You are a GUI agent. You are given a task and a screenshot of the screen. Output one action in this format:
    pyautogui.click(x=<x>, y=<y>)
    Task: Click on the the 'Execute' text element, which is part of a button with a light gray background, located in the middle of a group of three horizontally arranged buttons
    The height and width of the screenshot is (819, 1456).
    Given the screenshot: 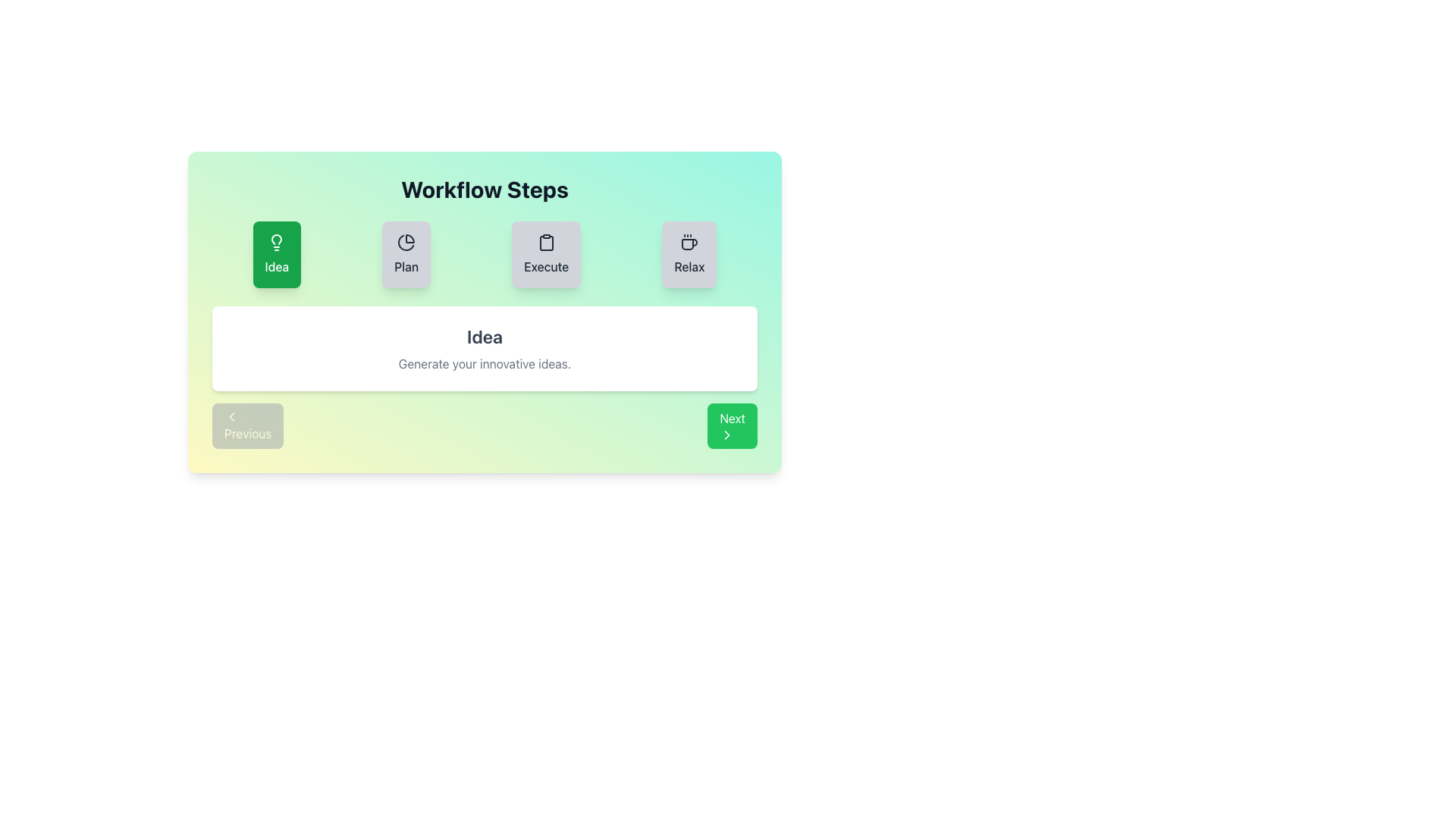 What is the action you would take?
    pyautogui.click(x=546, y=265)
    